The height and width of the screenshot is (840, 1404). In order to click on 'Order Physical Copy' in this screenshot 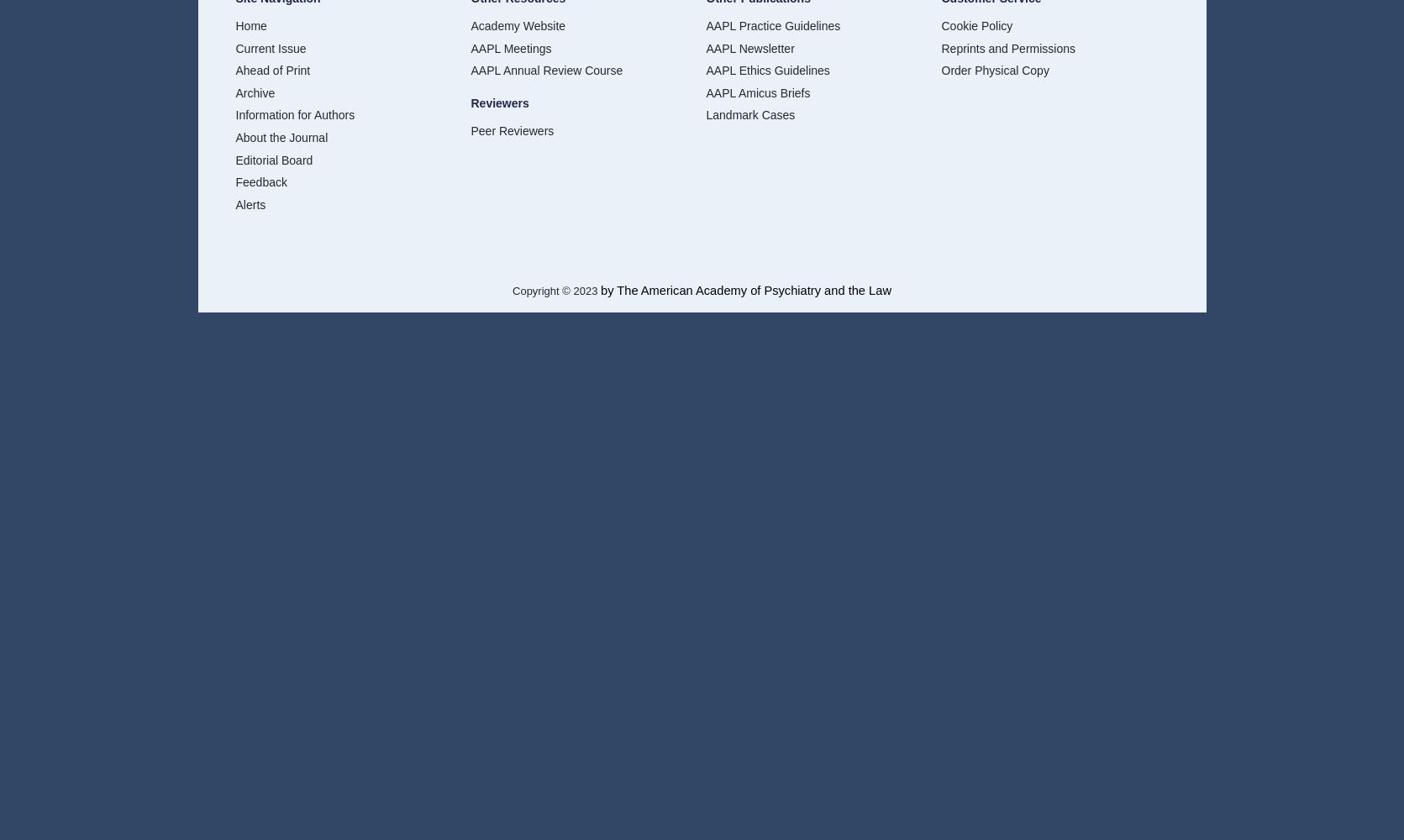, I will do `click(995, 70)`.